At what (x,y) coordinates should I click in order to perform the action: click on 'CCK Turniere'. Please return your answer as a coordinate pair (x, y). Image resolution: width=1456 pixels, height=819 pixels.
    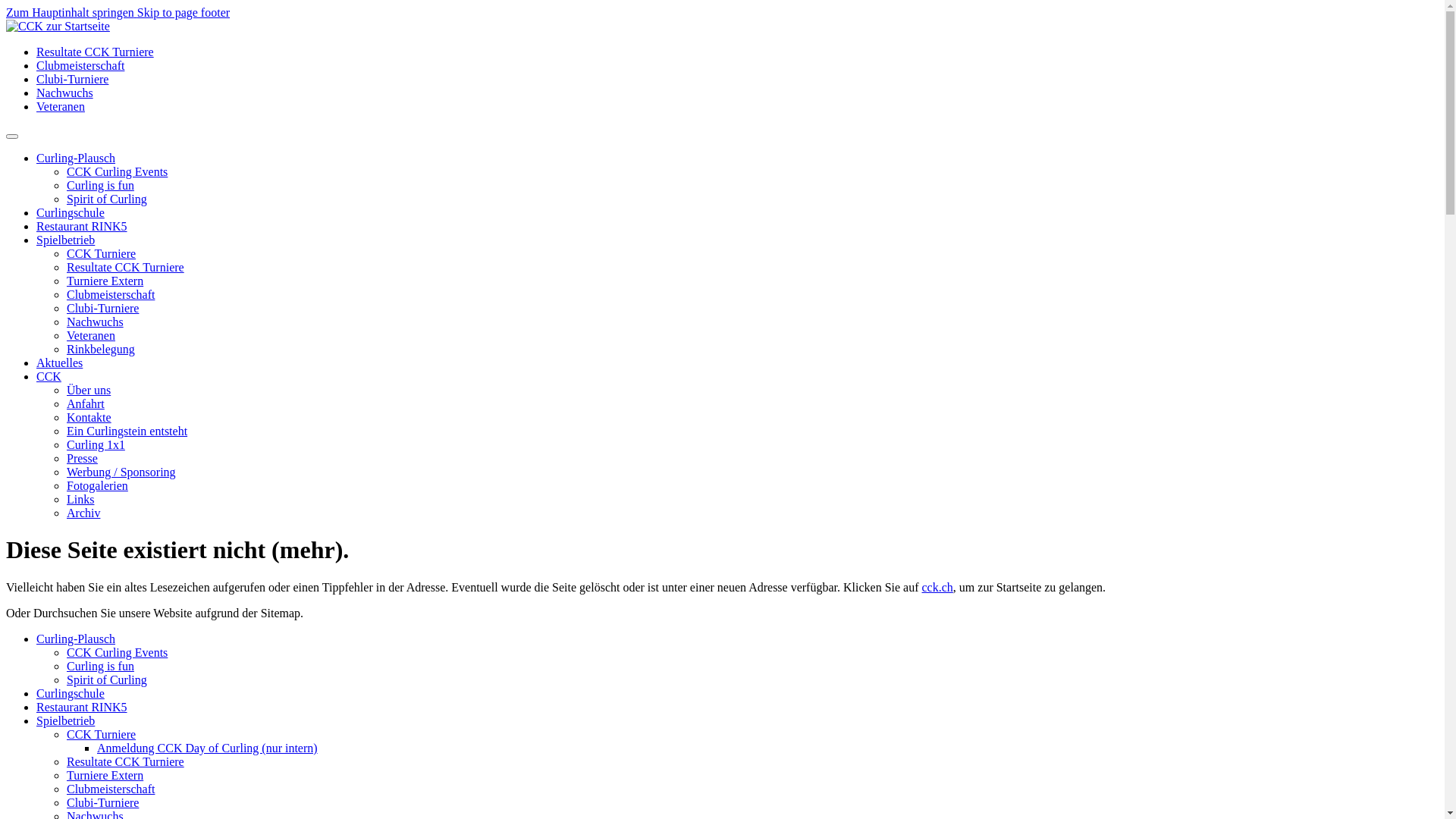
    Looking at the image, I should click on (100, 253).